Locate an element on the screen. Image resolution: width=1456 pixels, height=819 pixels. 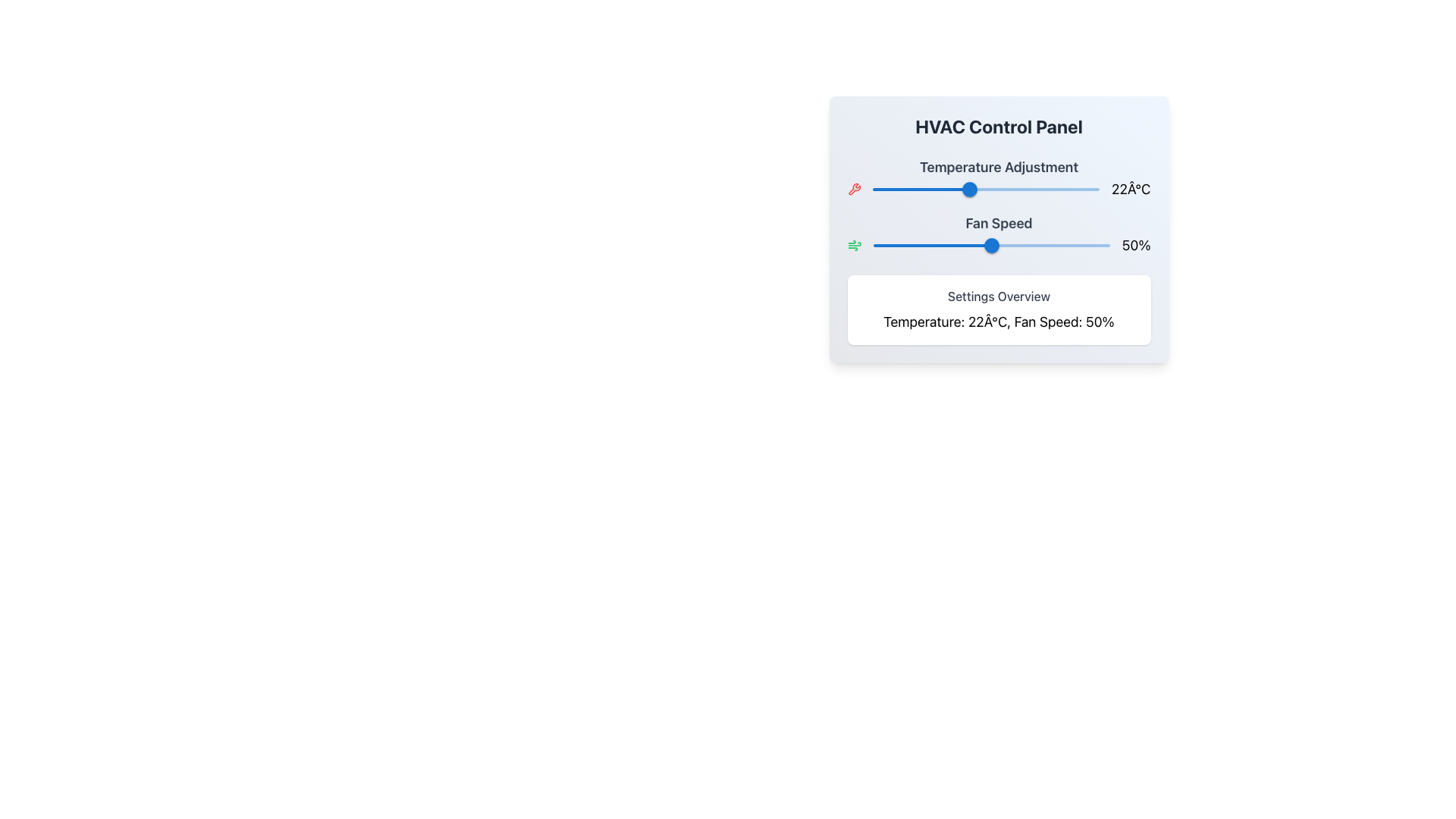
the Static Display Section that shows 'Settings Overview' and current settings like 'Temperature: 22Â°C, Fan Speed: 50%' is located at coordinates (999, 309).